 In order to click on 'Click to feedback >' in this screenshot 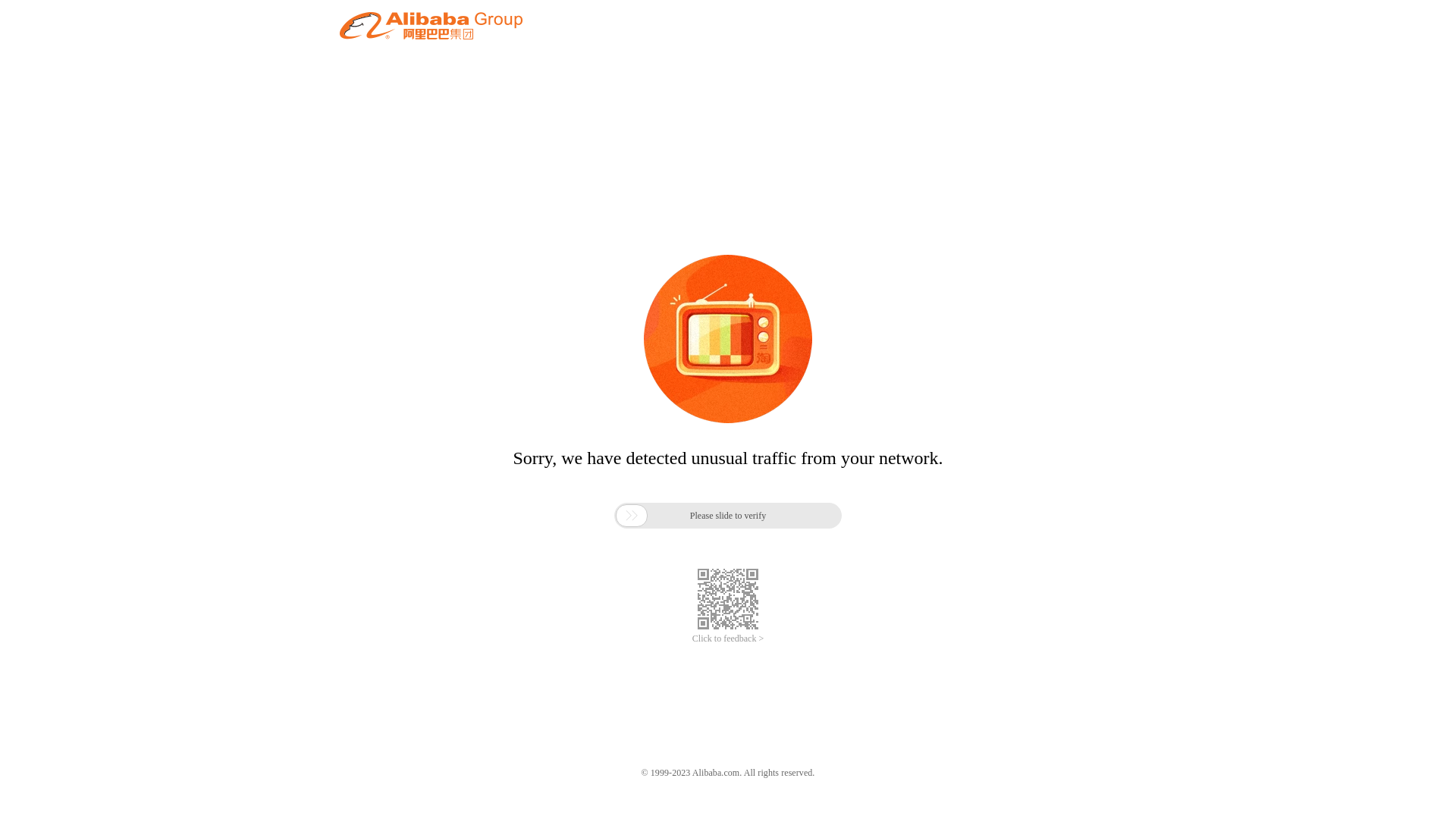, I will do `click(728, 639)`.